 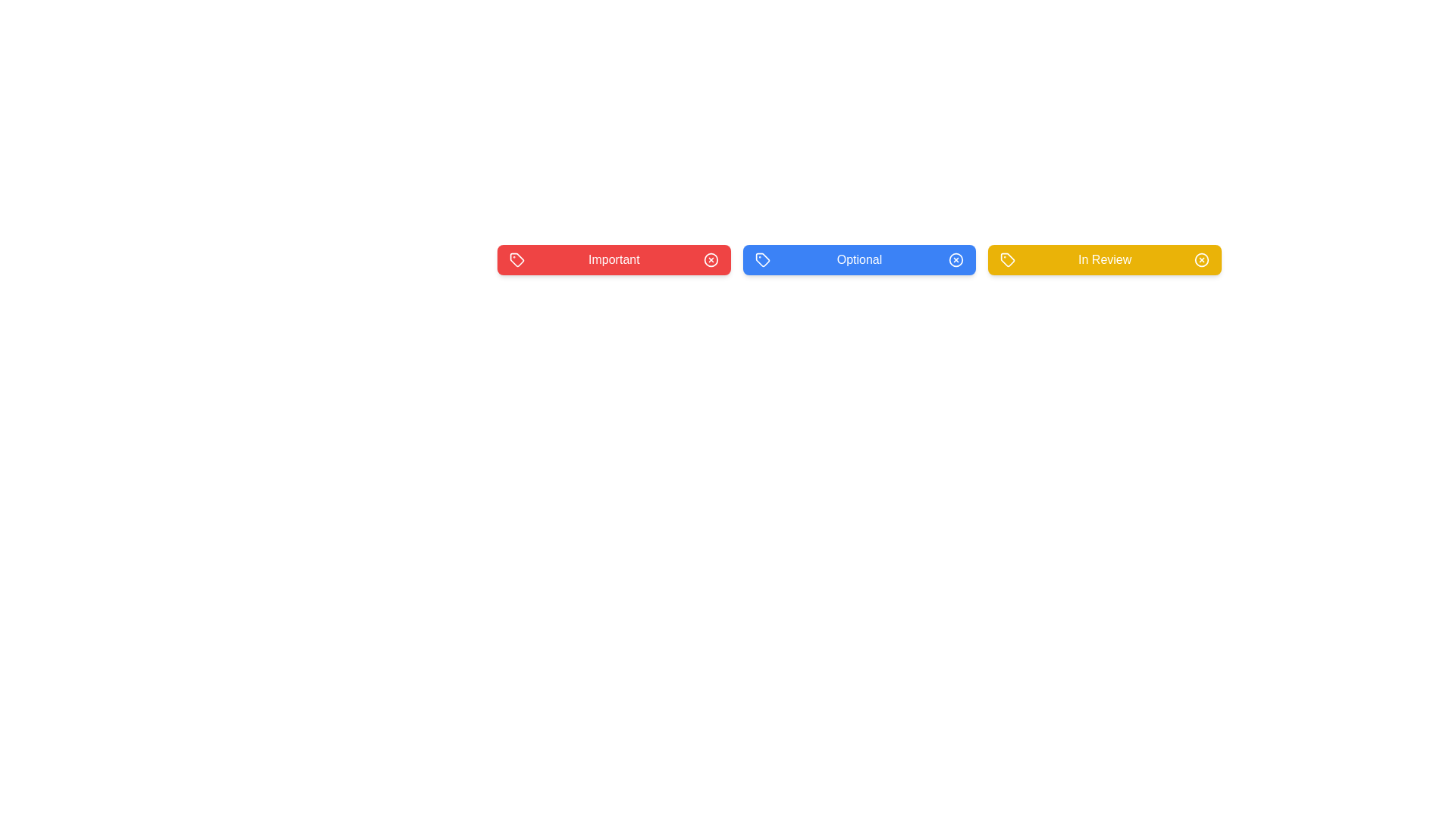 What do you see at coordinates (858, 259) in the screenshot?
I see `the tag labeled 'Optional' to observe its hover effect` at bounding box center [858, 259].